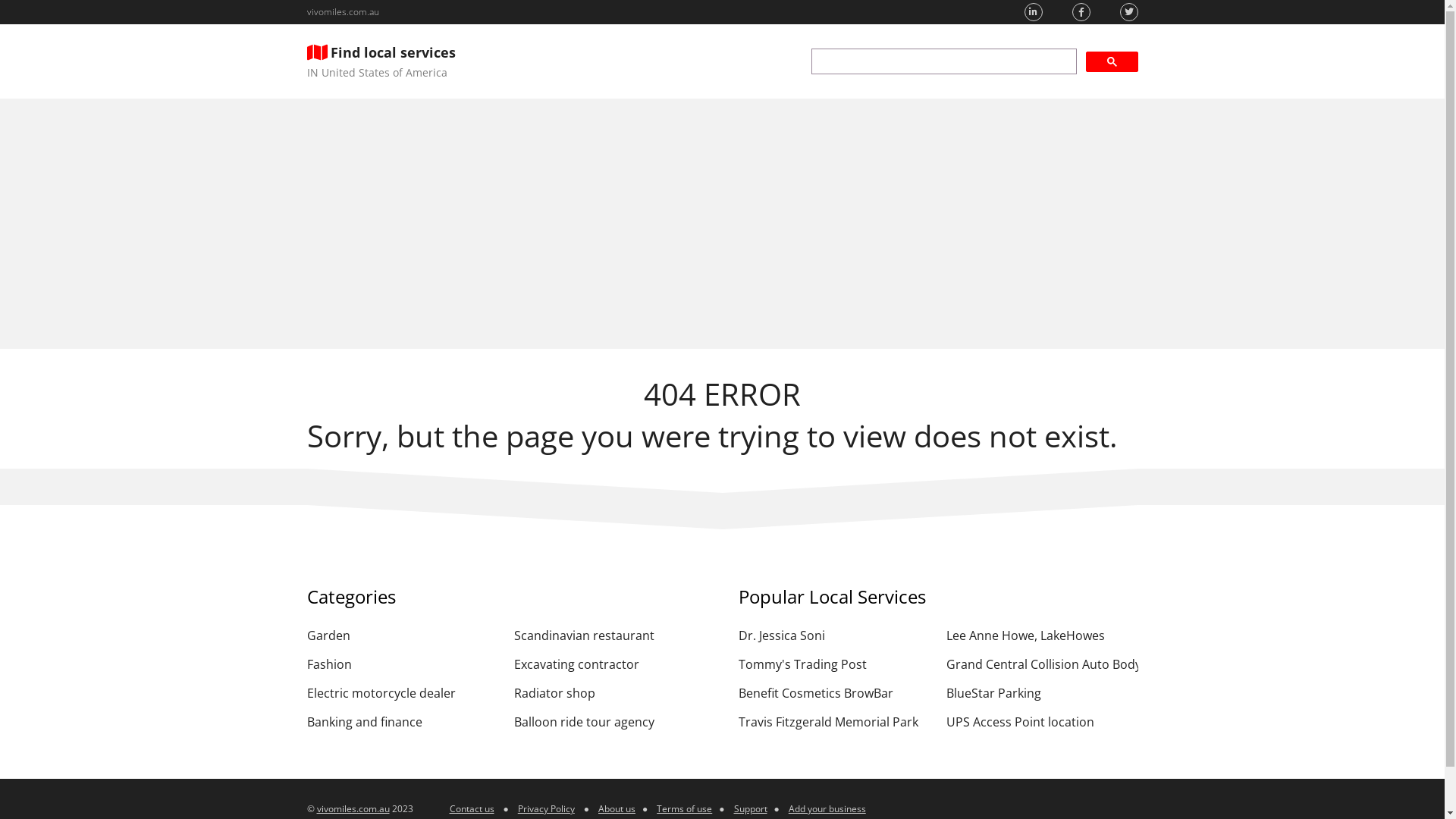 This screenshot has width=1456, height=819. I want to click on 'Benefit Cosmetics BrowBar', so click(739, 693).